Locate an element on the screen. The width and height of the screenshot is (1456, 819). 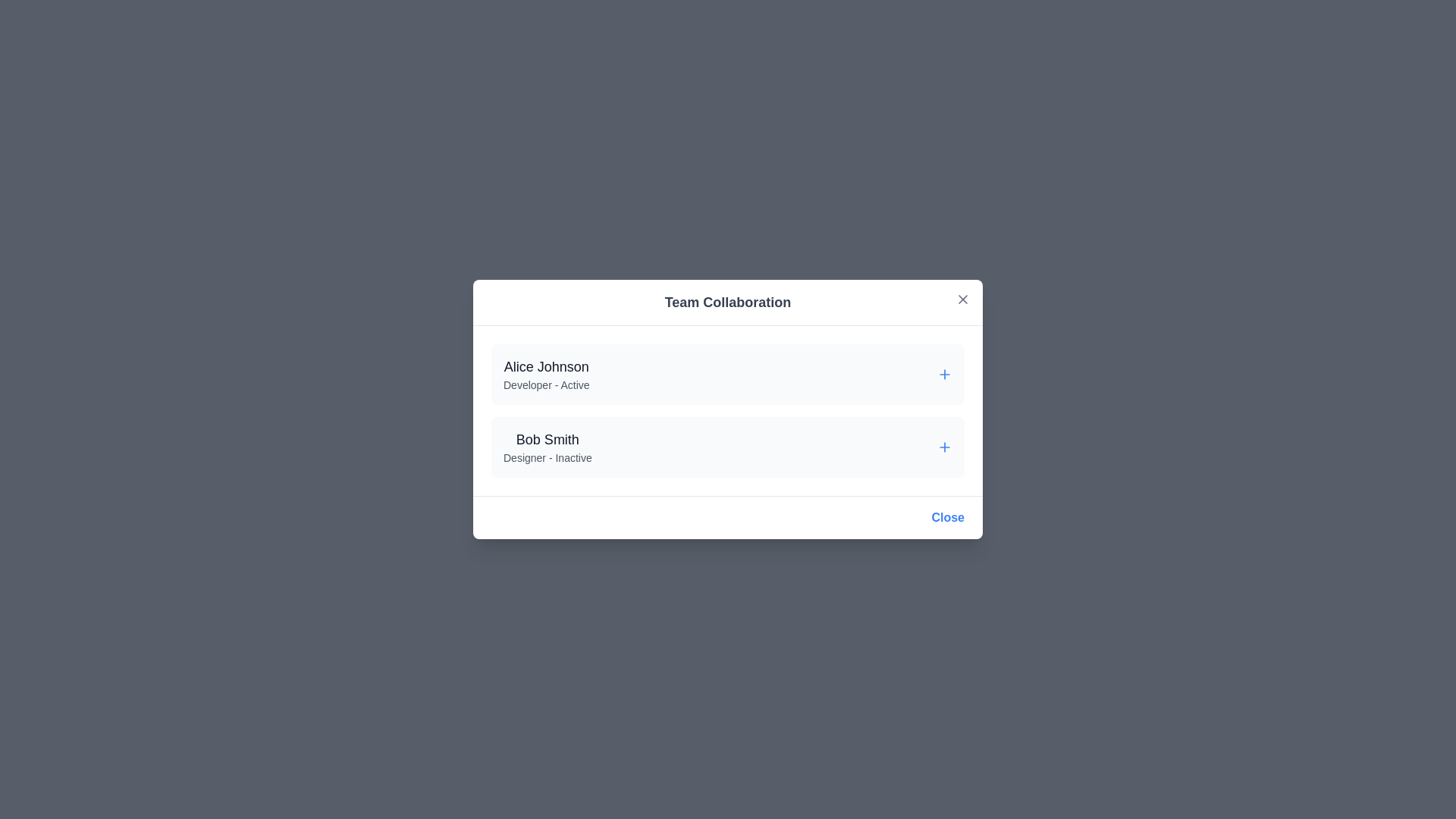
'Close' button at the bottom of the dialog is located at coordinates (946, 516).